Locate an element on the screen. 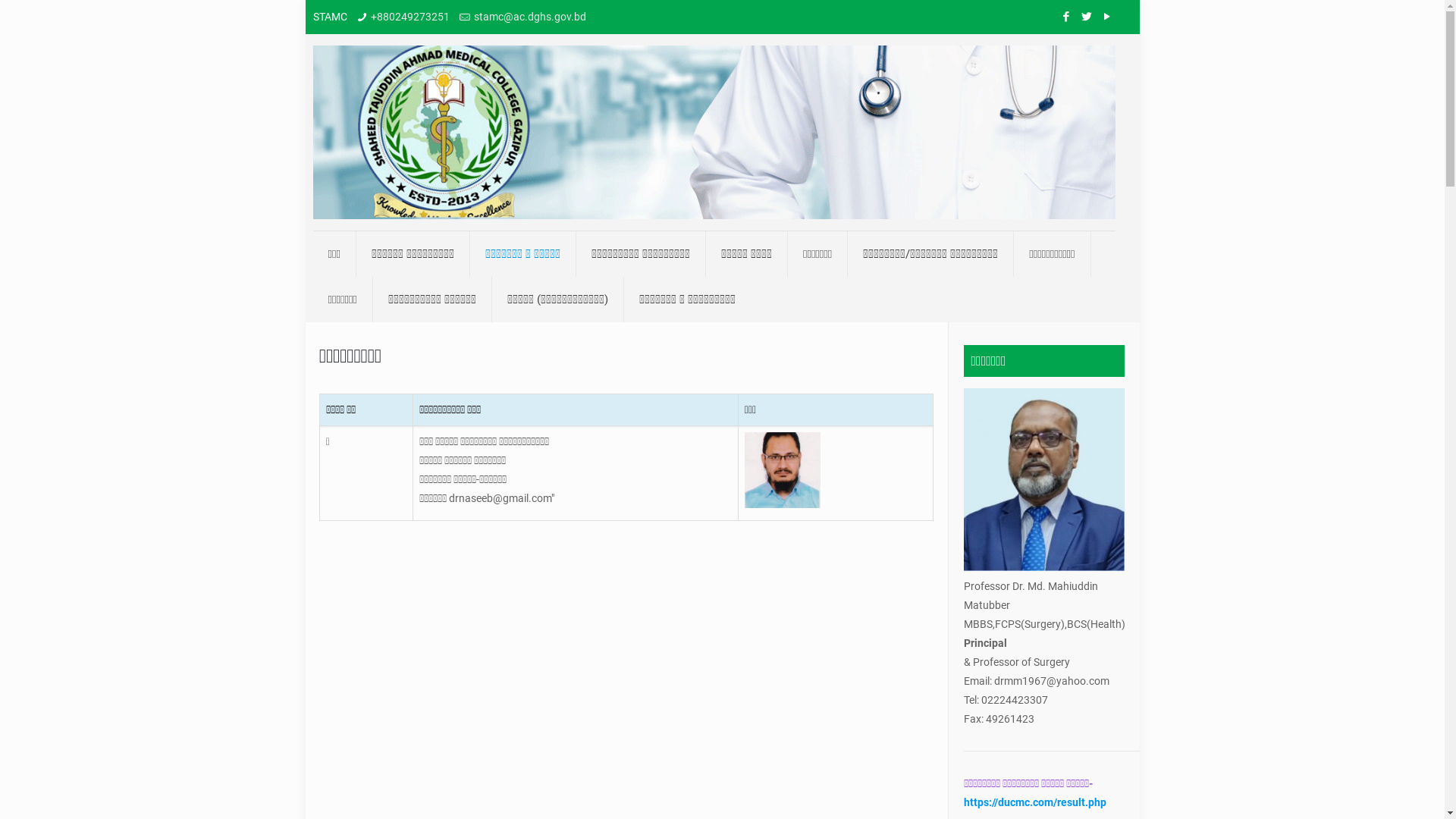  'STAMC' is located at coordinates (712, 131).